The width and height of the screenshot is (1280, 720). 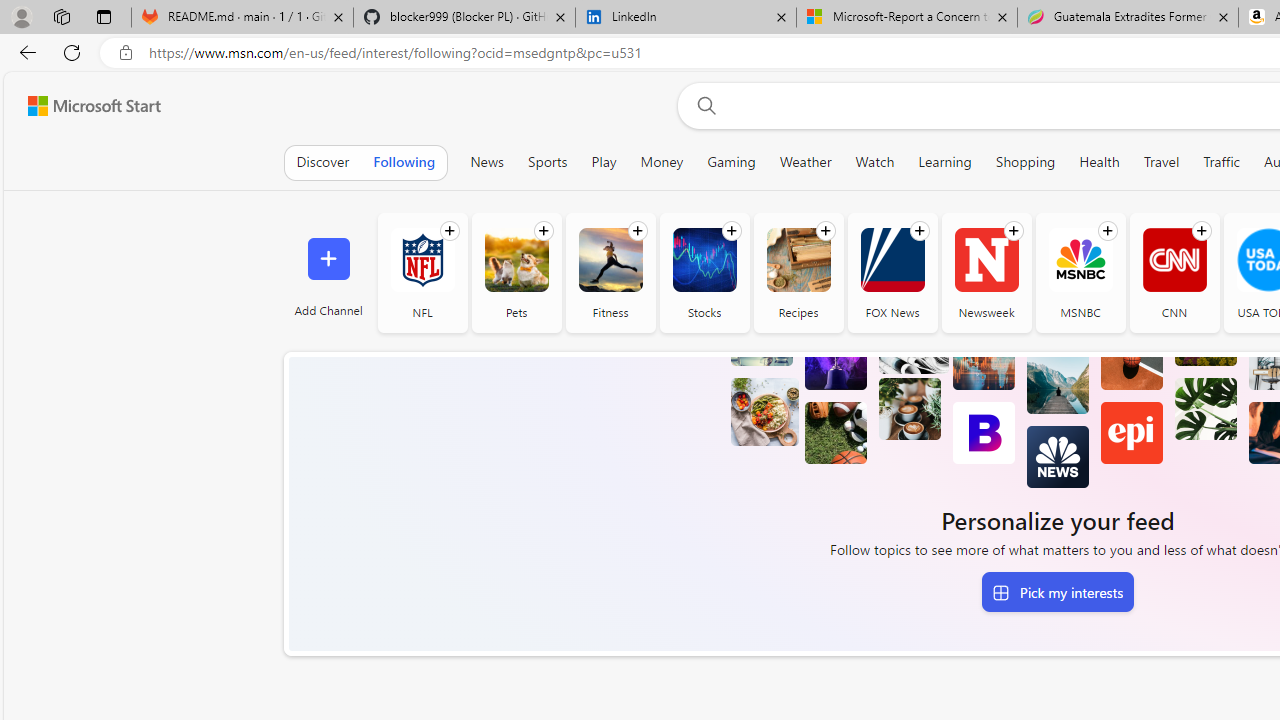 What do you see at coordinates (704, 272) in the screenshot?
I see `'Stocks'` at bounding box center [704, 272].